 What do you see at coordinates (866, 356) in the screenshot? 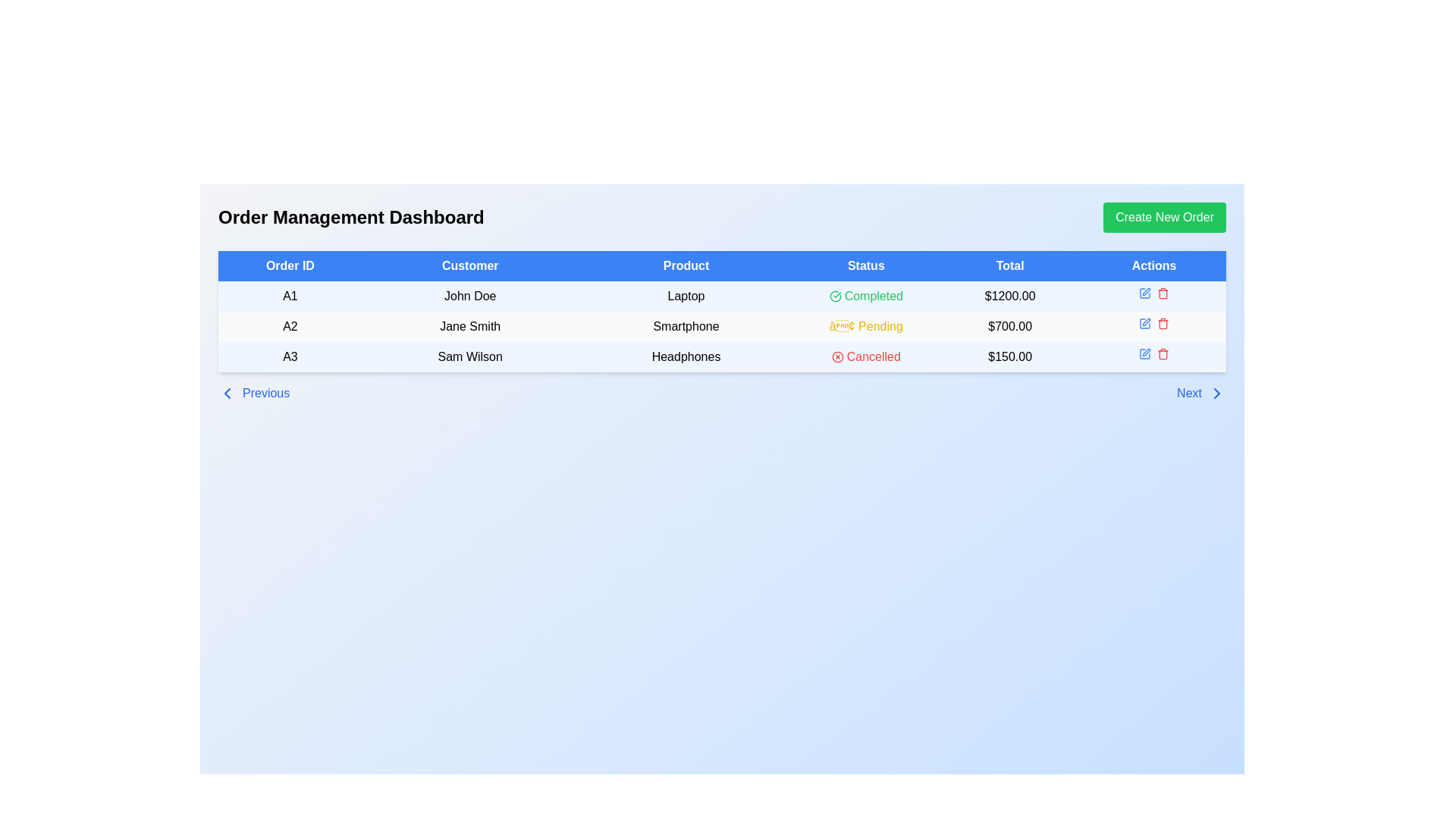
I see `the cancellation status indication of the order 'A3' by clicking on the label with an icon in the 'Status' column of the last row of the table` at bounding box center [866, 356].